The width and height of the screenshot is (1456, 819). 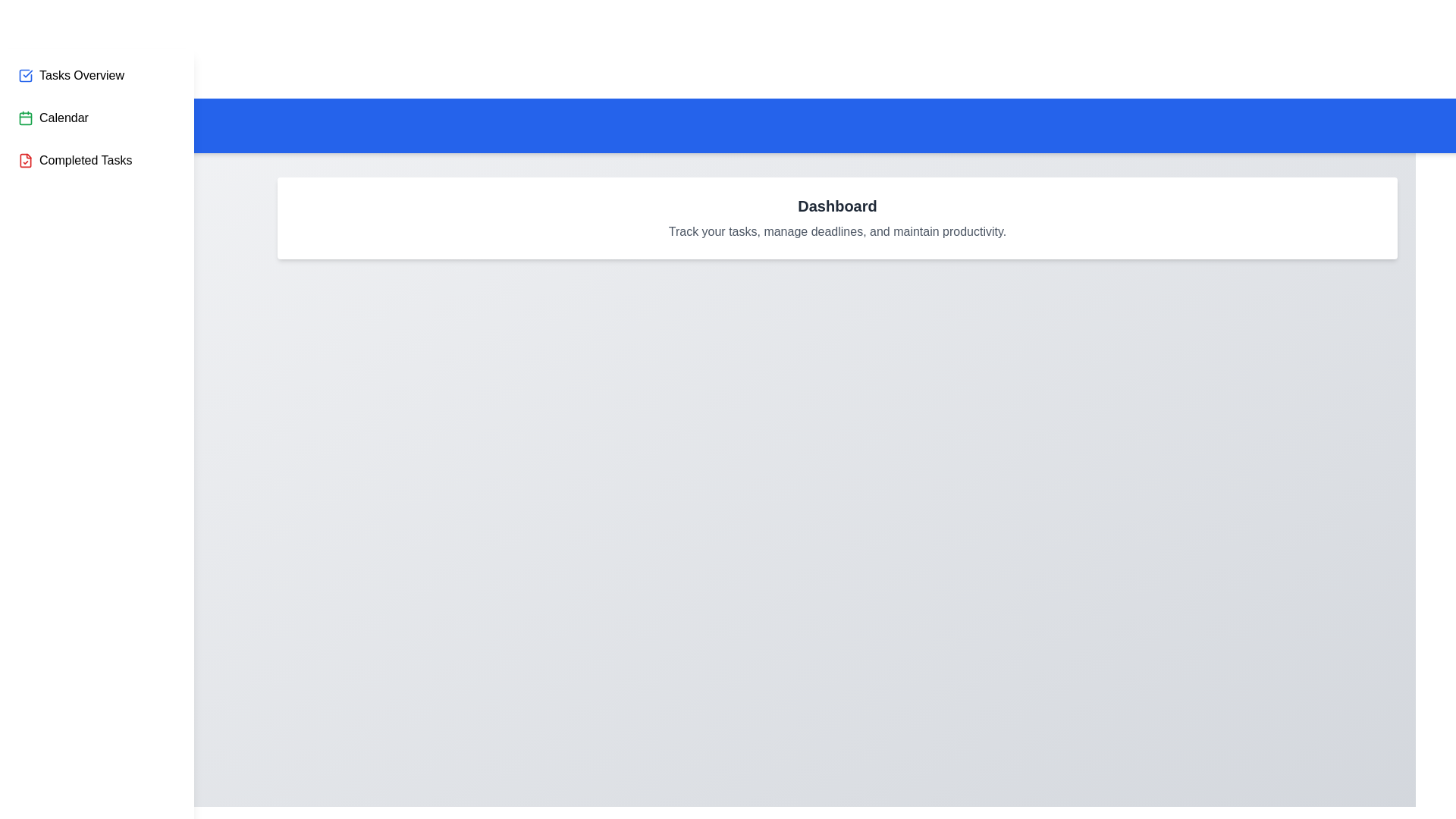 I want to click on the 'Completed Tasks' menu item, which is a horizontal button with a red document checkmark icon, so click(x=74, y=161).